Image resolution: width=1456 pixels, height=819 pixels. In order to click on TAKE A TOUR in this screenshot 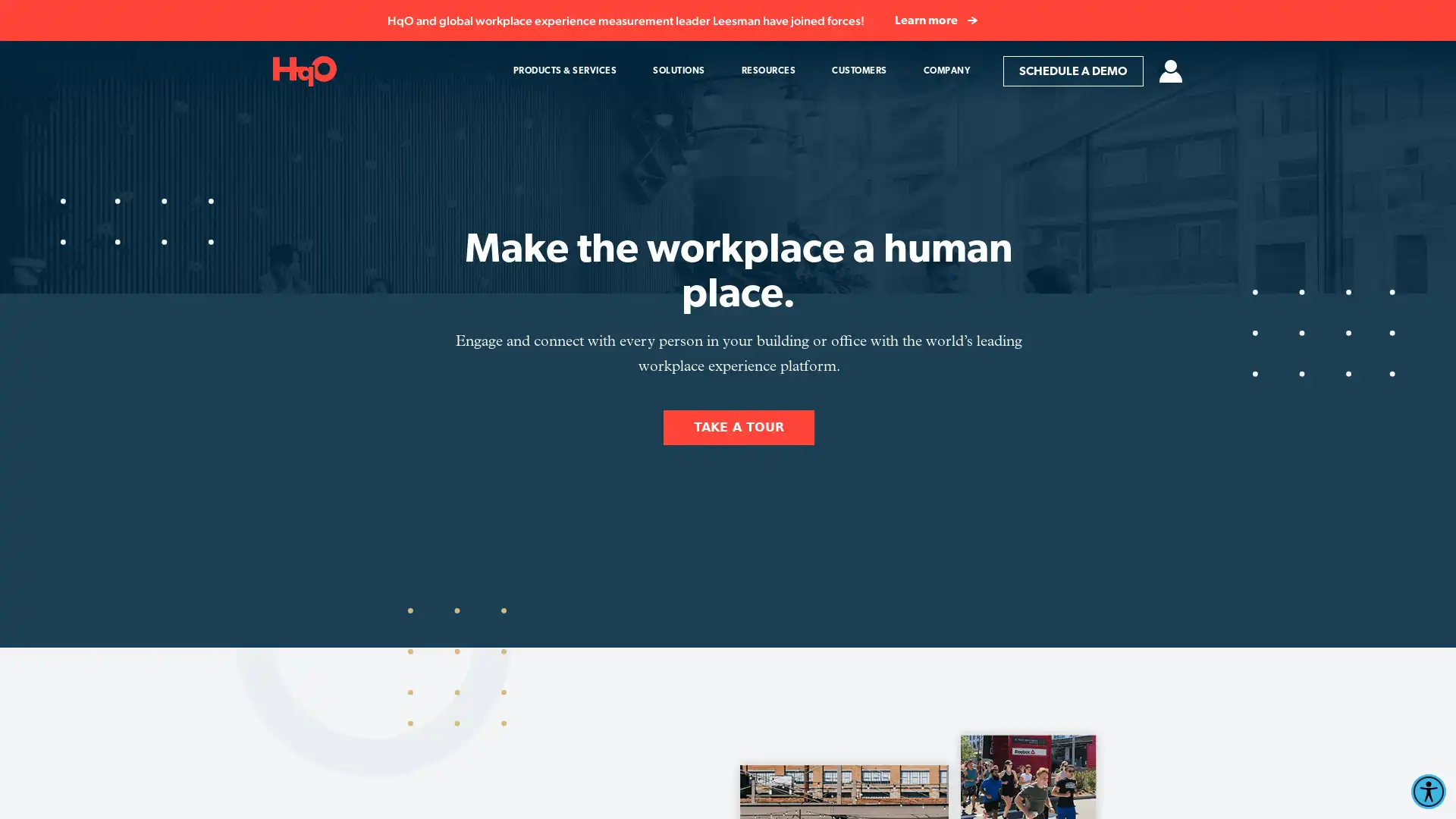, I will do `click(739, 427)`.